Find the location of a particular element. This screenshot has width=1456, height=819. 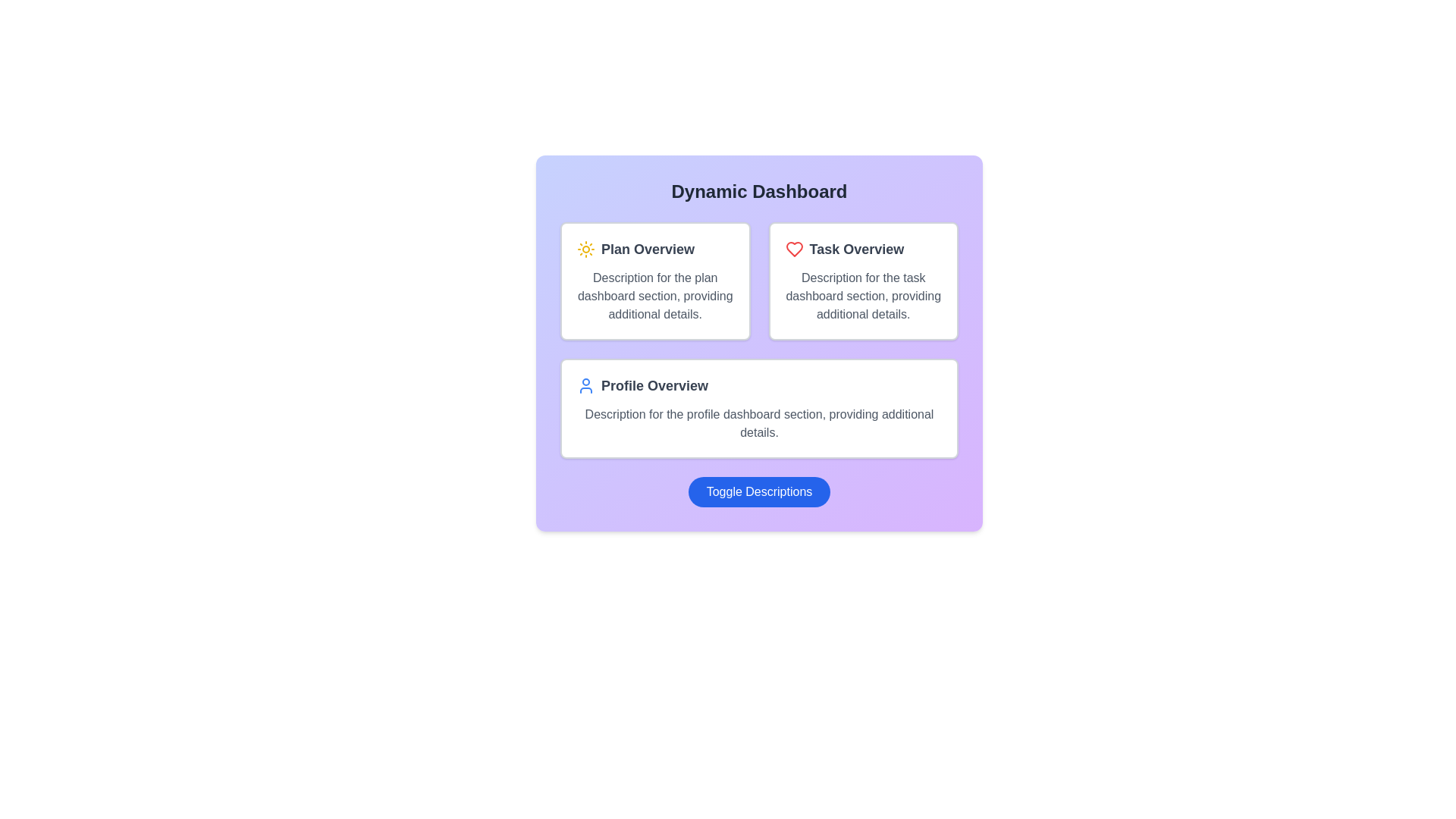

the decorative icon located to the left of the 'Task Overview' section title, which visually represents the section is located at coordinates (793, 248).